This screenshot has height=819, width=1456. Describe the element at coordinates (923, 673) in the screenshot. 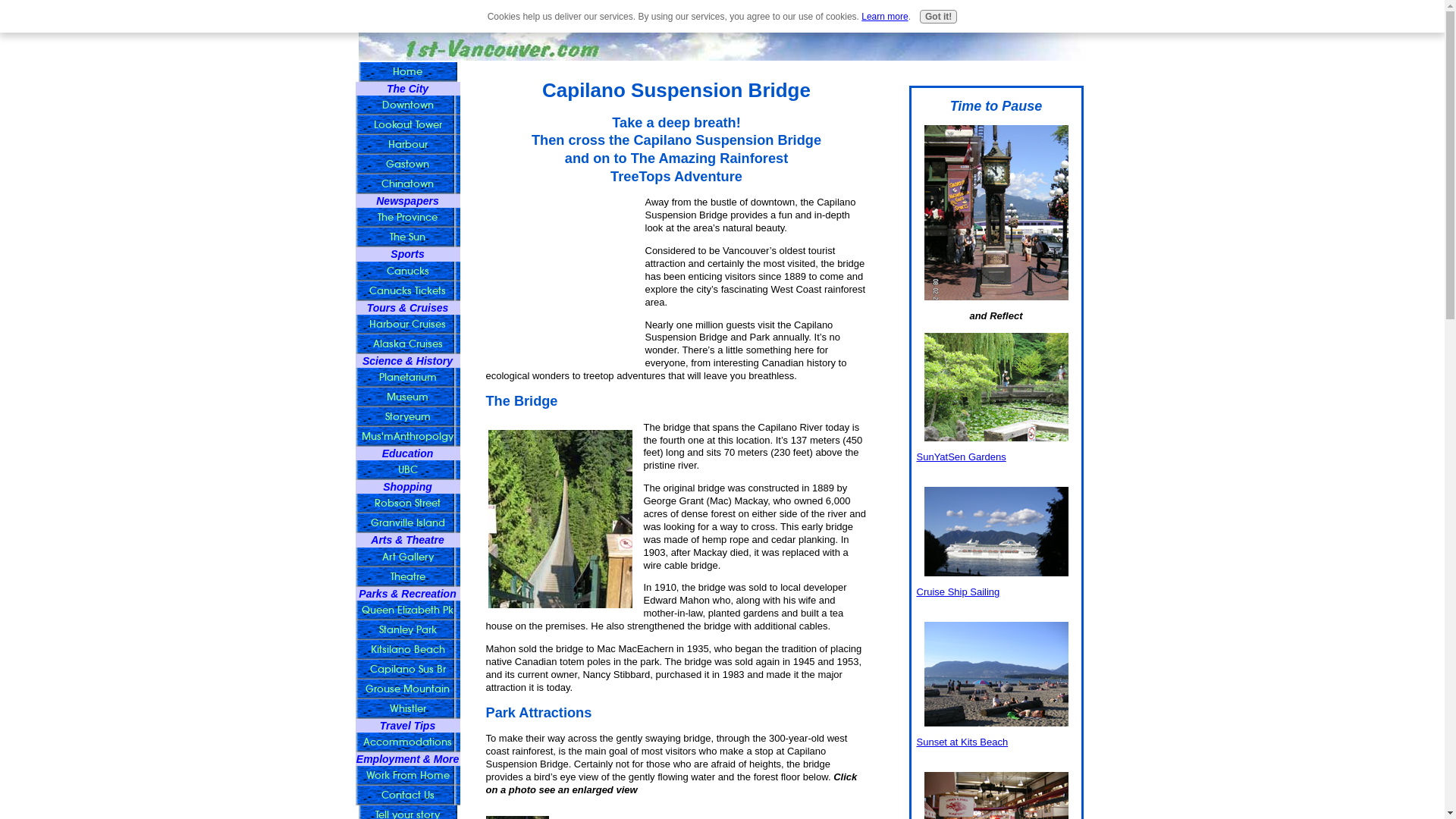

I see `'Sunset at Kits Beach'` at that location.